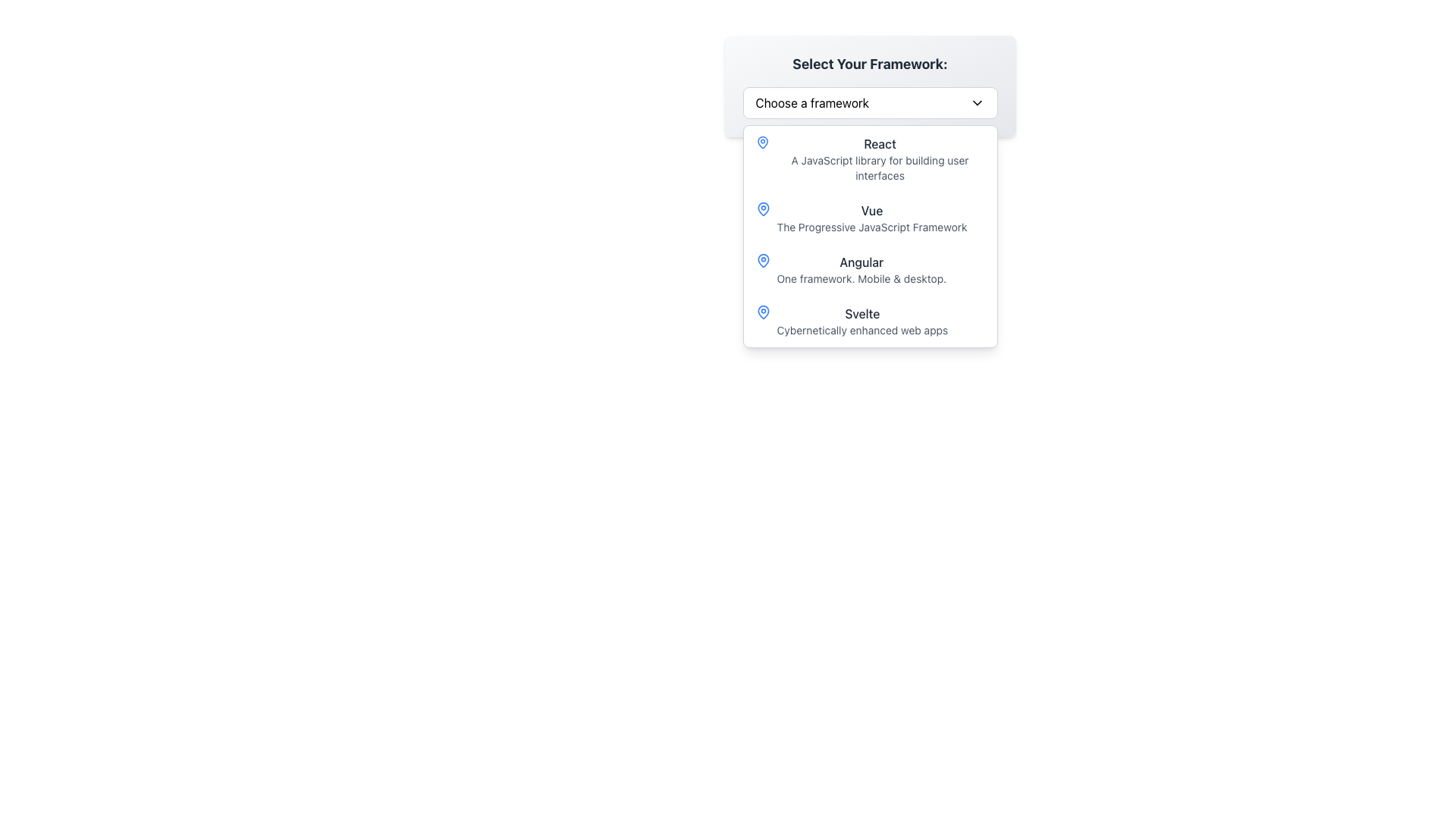 The width and height of the screenshot is (1456, 819). I want to click on the Text label that serves as a heading for the description below it in the dropdown list under 'Select Your Framework', positioned above the text 'Cybernetically enhanced web apps', so click(862, 312).